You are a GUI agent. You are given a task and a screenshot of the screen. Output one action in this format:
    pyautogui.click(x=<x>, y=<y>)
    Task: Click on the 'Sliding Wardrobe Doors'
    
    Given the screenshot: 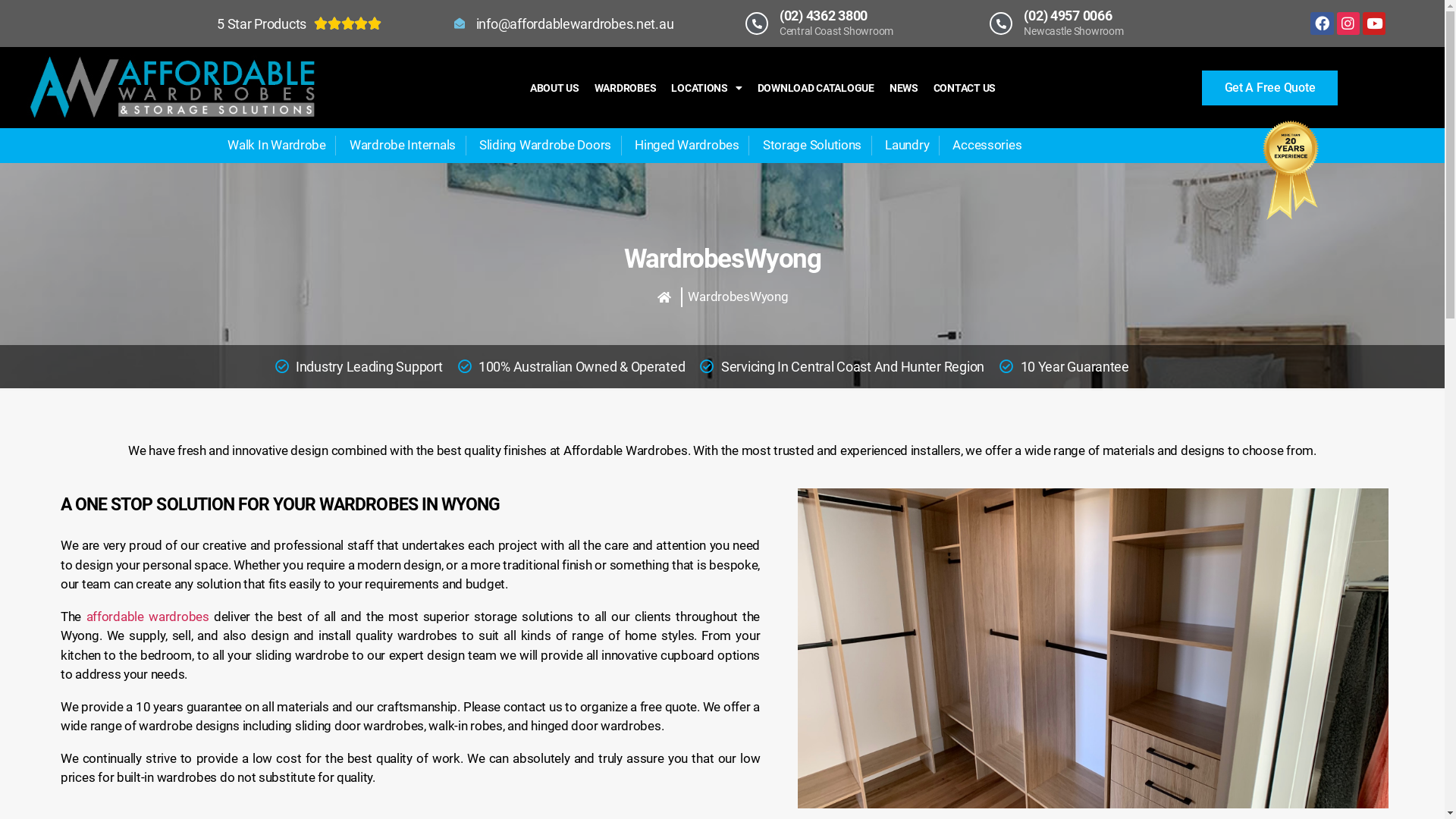 What is the action you would take?
    pyautogui.click(x=543, y=146)
    